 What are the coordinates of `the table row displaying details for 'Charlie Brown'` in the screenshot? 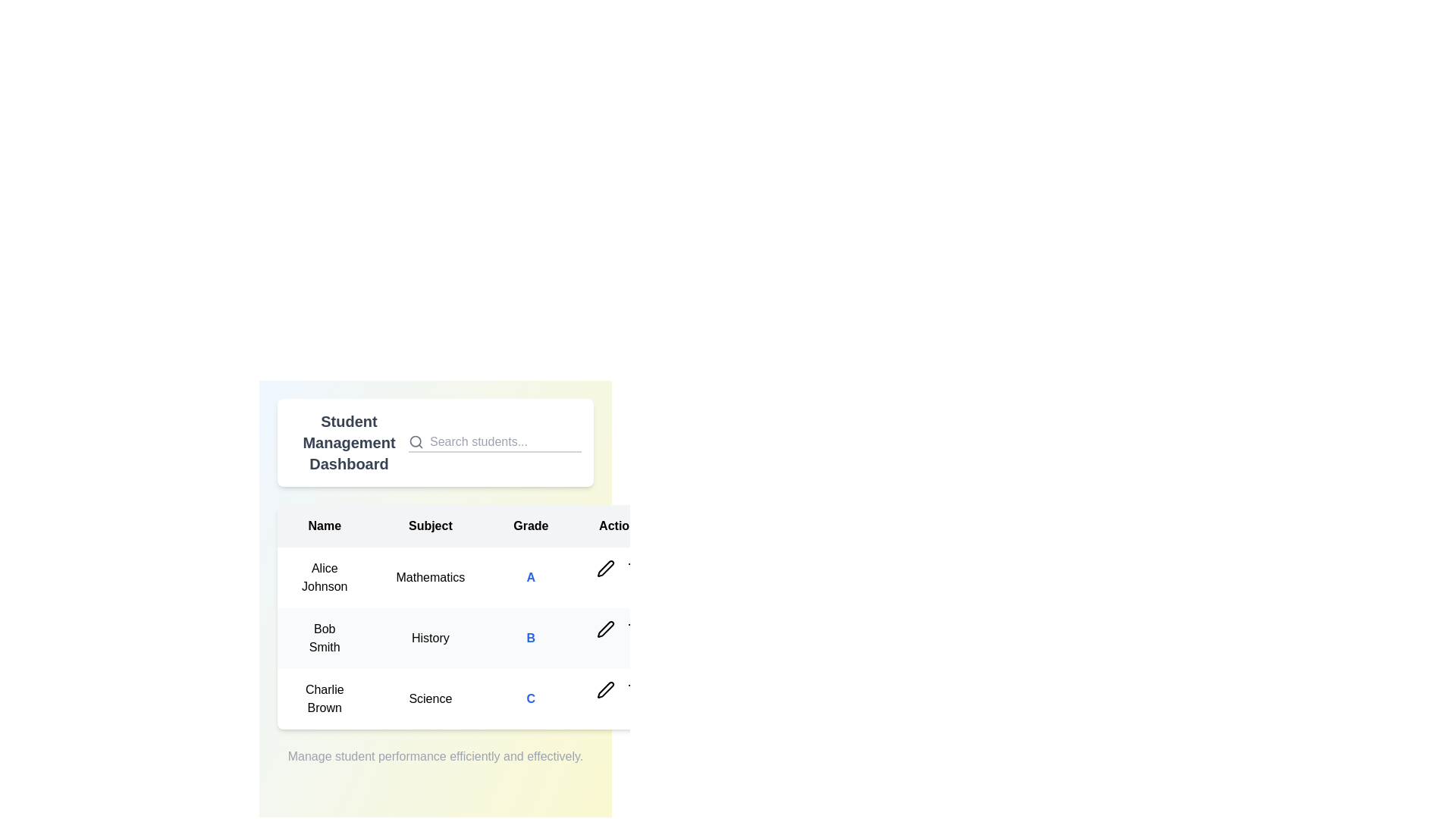 It's located at (472, 698).